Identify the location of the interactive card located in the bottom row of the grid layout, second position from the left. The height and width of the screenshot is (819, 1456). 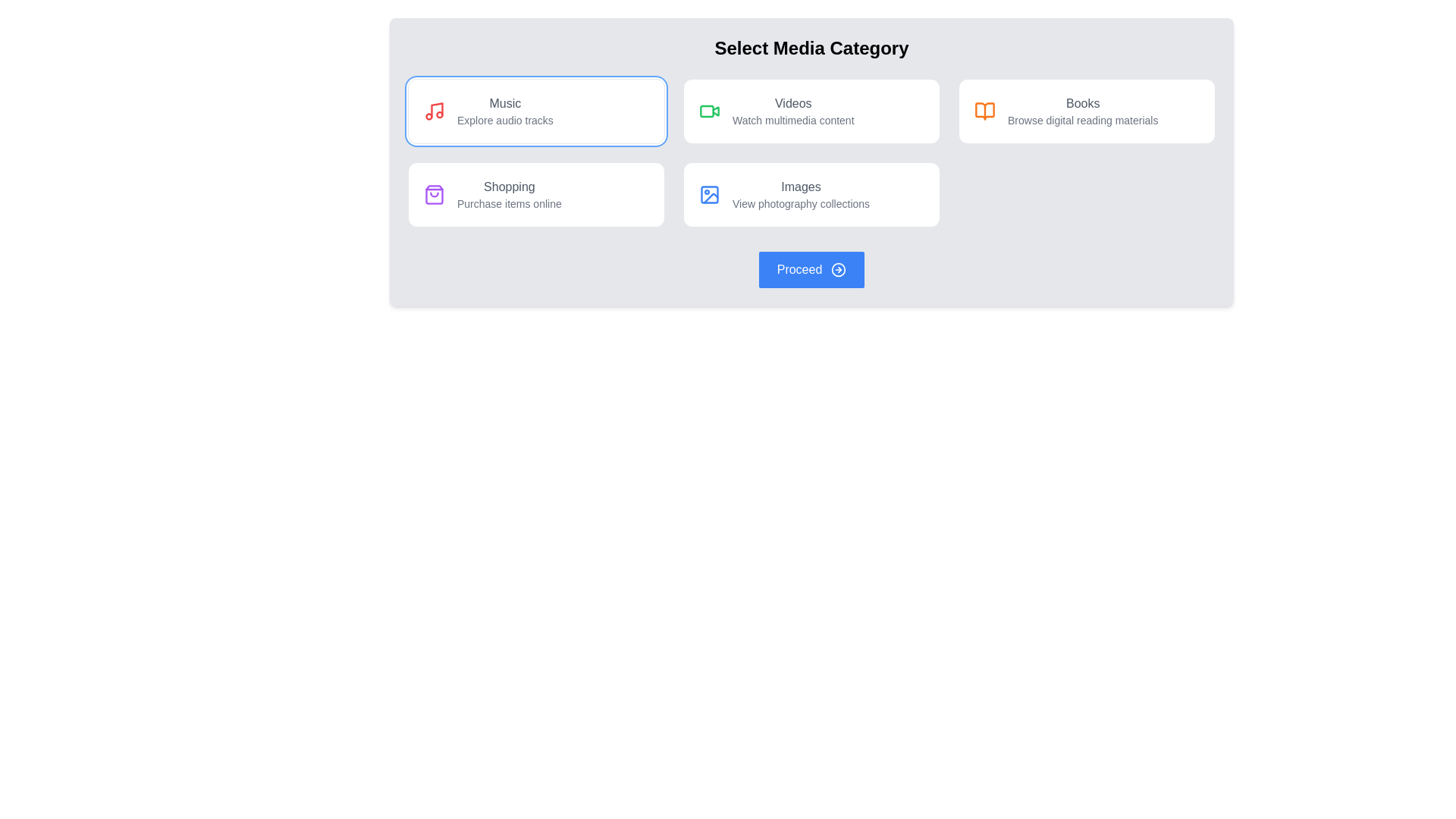
(811, 194).